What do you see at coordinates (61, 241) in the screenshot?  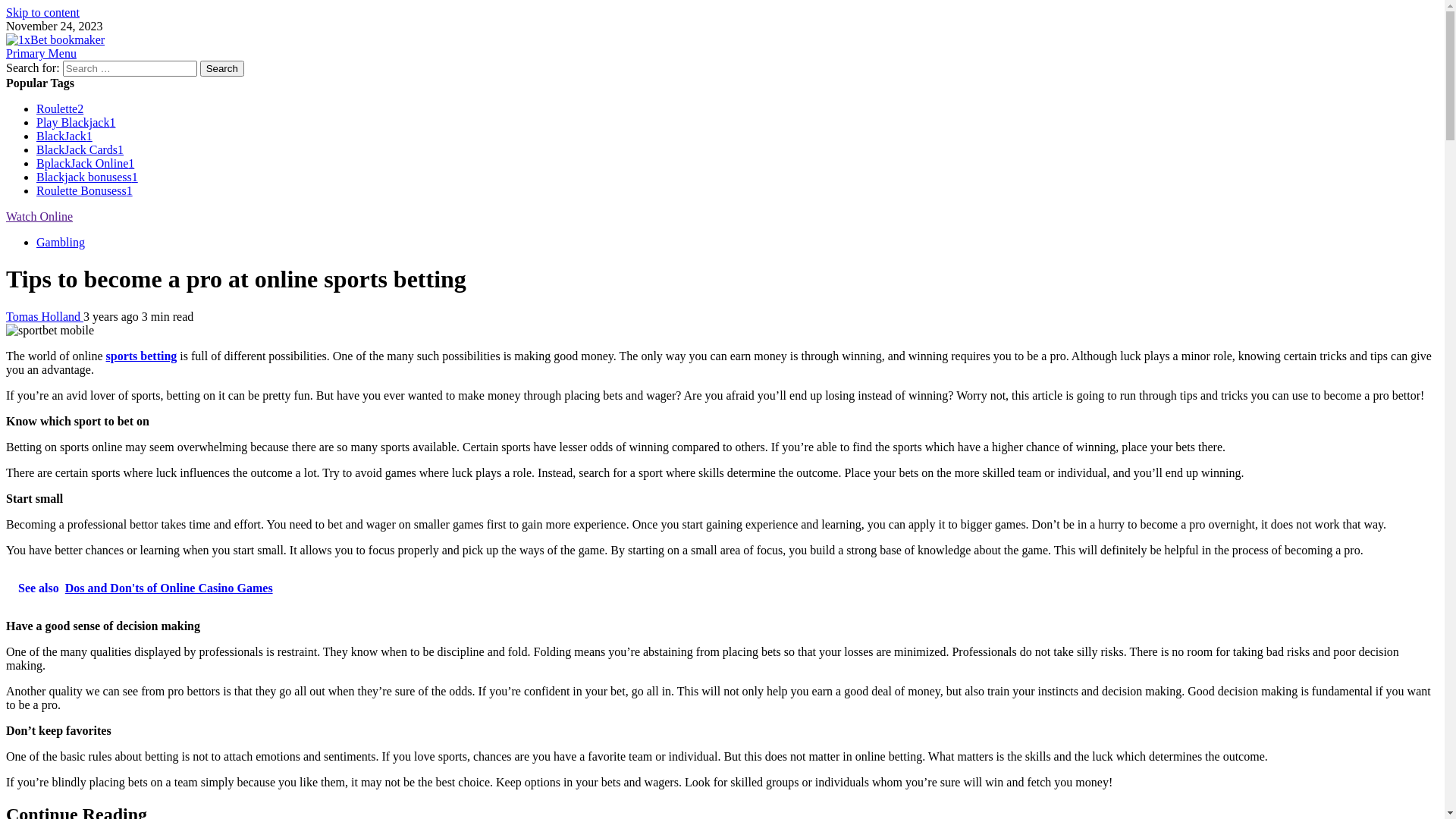 I see `'Gambling'` at bounding box center [61, 241].